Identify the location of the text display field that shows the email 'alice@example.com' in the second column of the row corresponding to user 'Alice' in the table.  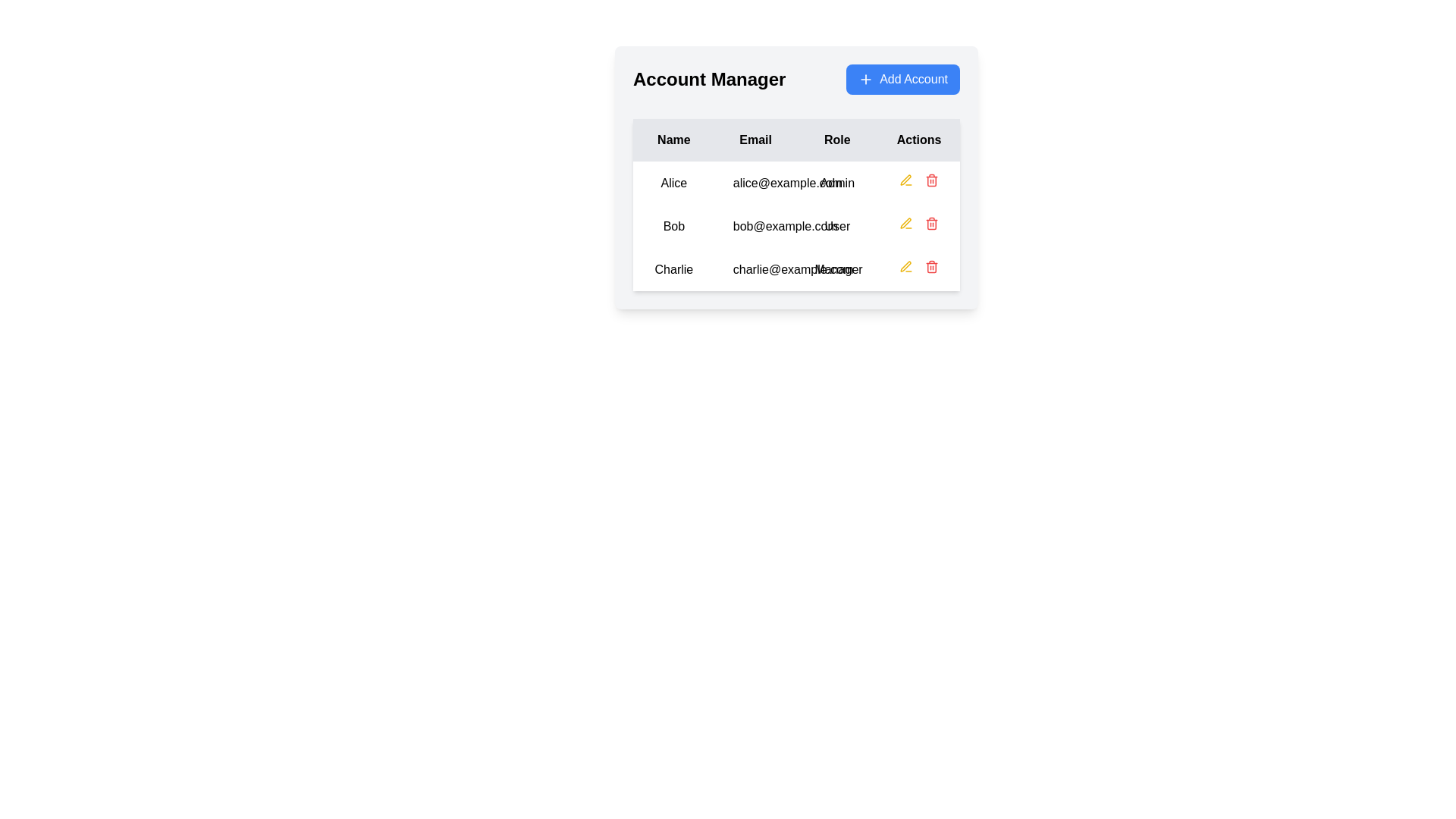
(755, 182).